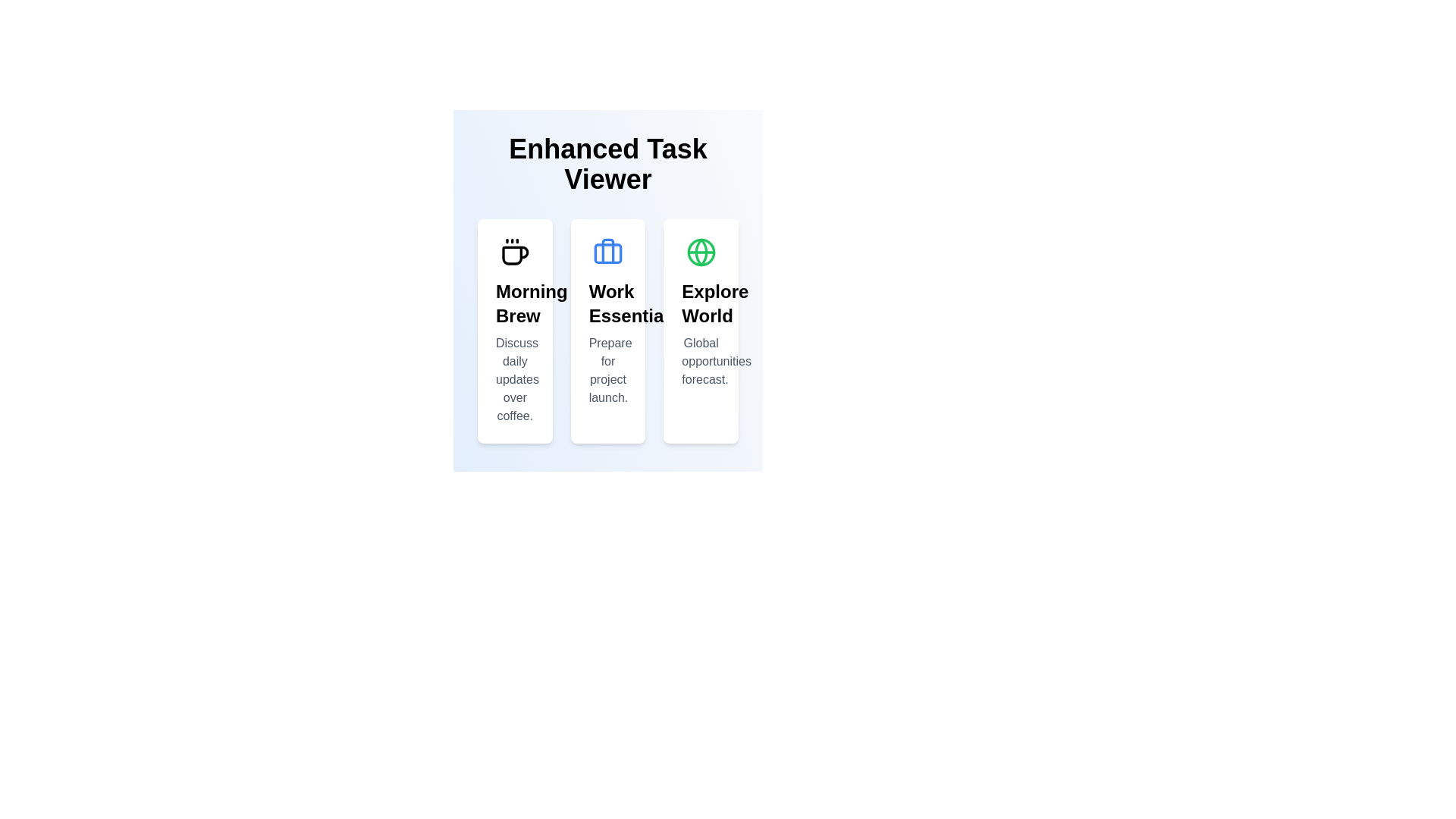 Image resolution: width=1456 pixels, height=819 pixels. I want to click on the coffee cup icon representing 'Morning Brew' located at the top of the first card in a row of three cards, so click(515, 251).